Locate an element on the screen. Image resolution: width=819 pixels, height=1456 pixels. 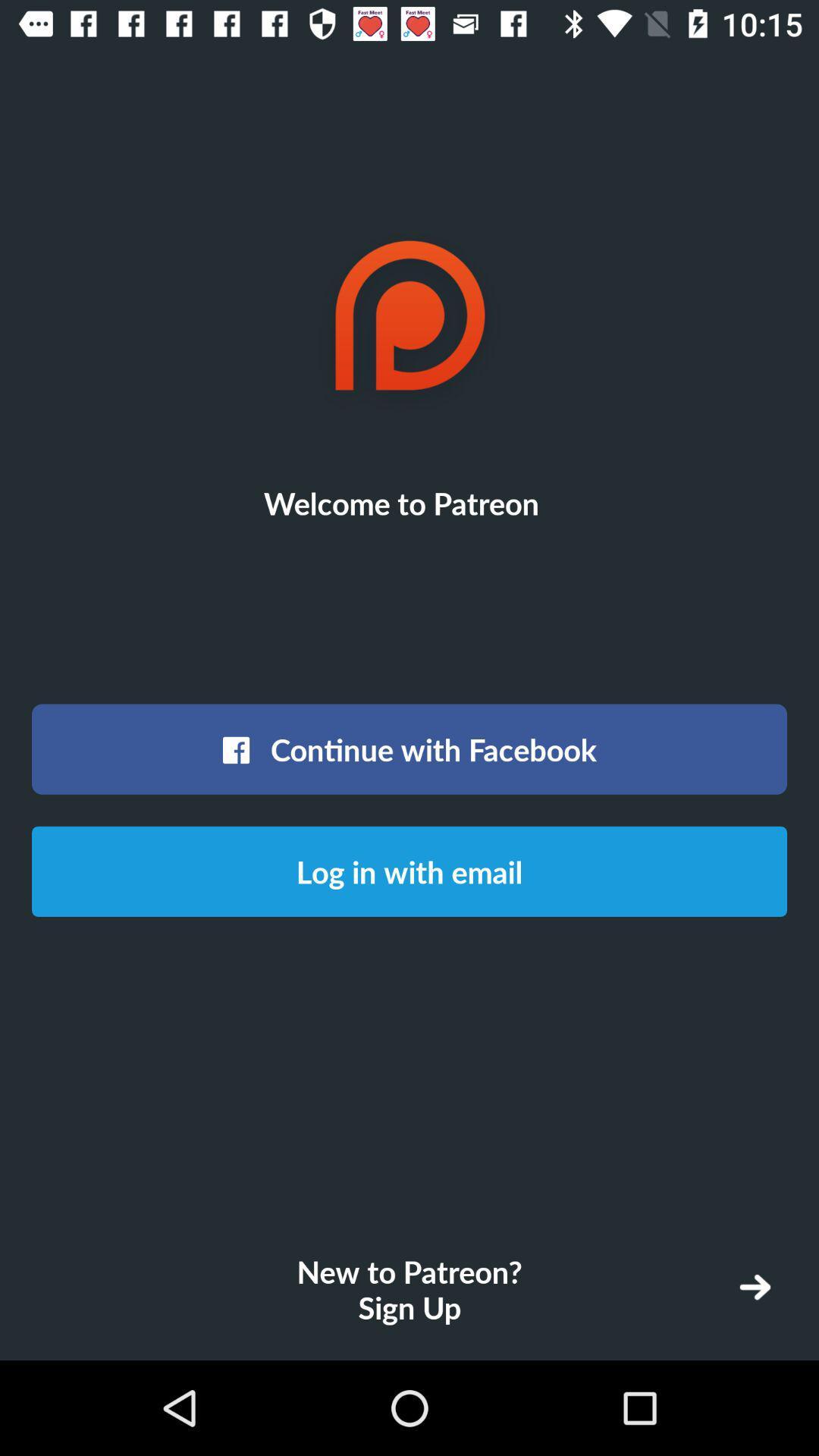
the arrow_forward icon is located at coordinates (755, 1287).